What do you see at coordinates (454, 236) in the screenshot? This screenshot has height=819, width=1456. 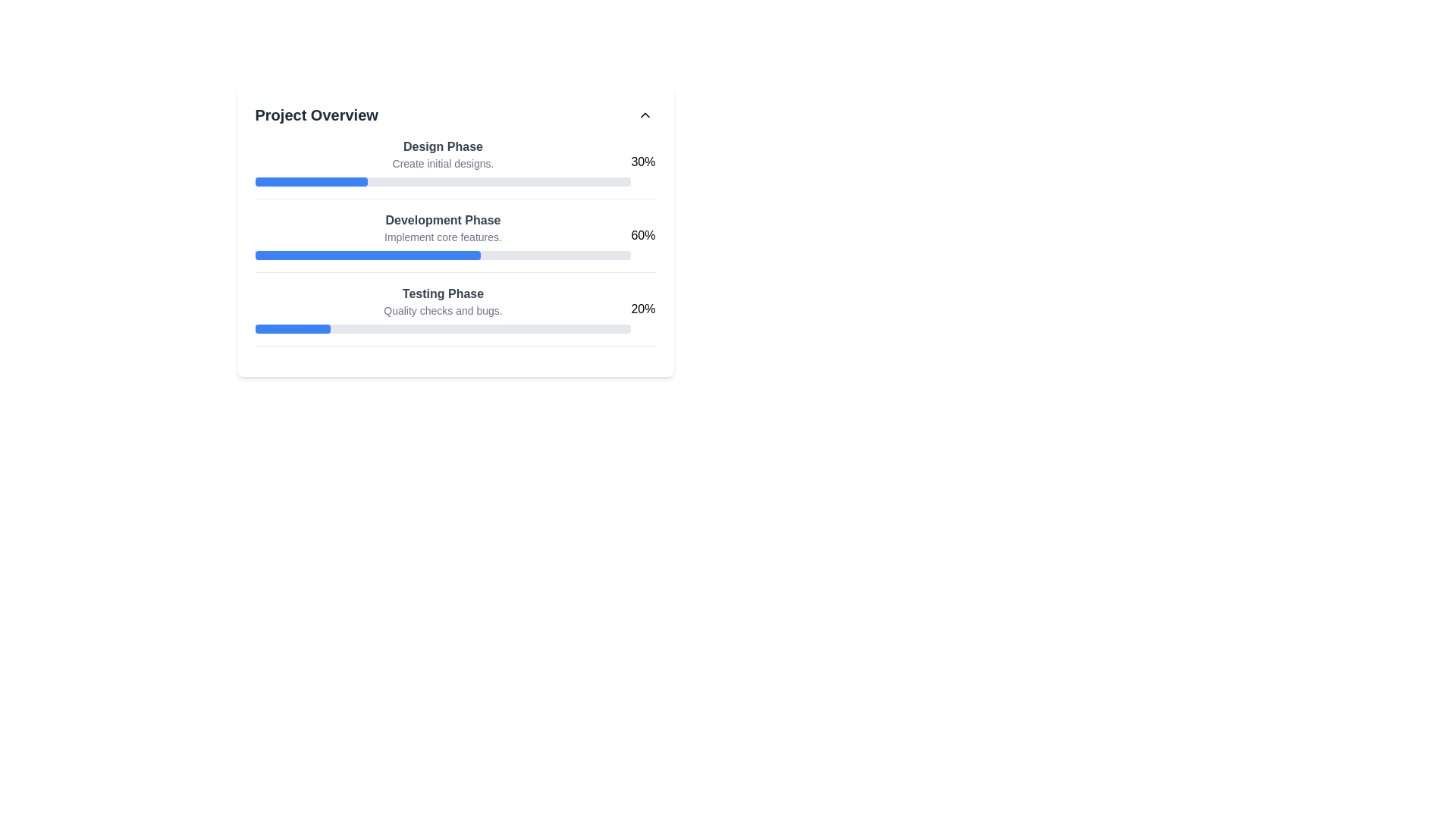 I see `the progress bar of the Composite component displaying task progress status, which includes the header 'Development Phase' and the subtitle 'Implement core features.'` at bounding box center [454, 236].